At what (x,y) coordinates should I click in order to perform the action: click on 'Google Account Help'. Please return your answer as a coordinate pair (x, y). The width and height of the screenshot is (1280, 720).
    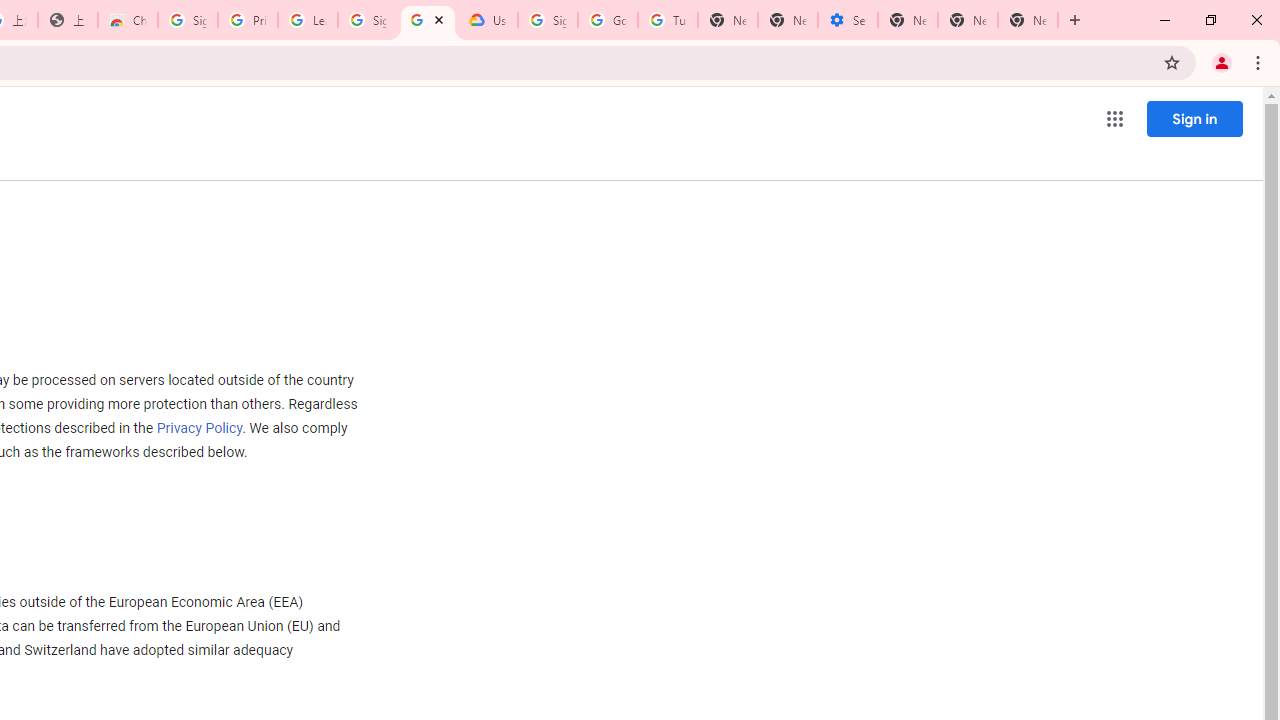
    Looking at the image, I should click on (607, 20).